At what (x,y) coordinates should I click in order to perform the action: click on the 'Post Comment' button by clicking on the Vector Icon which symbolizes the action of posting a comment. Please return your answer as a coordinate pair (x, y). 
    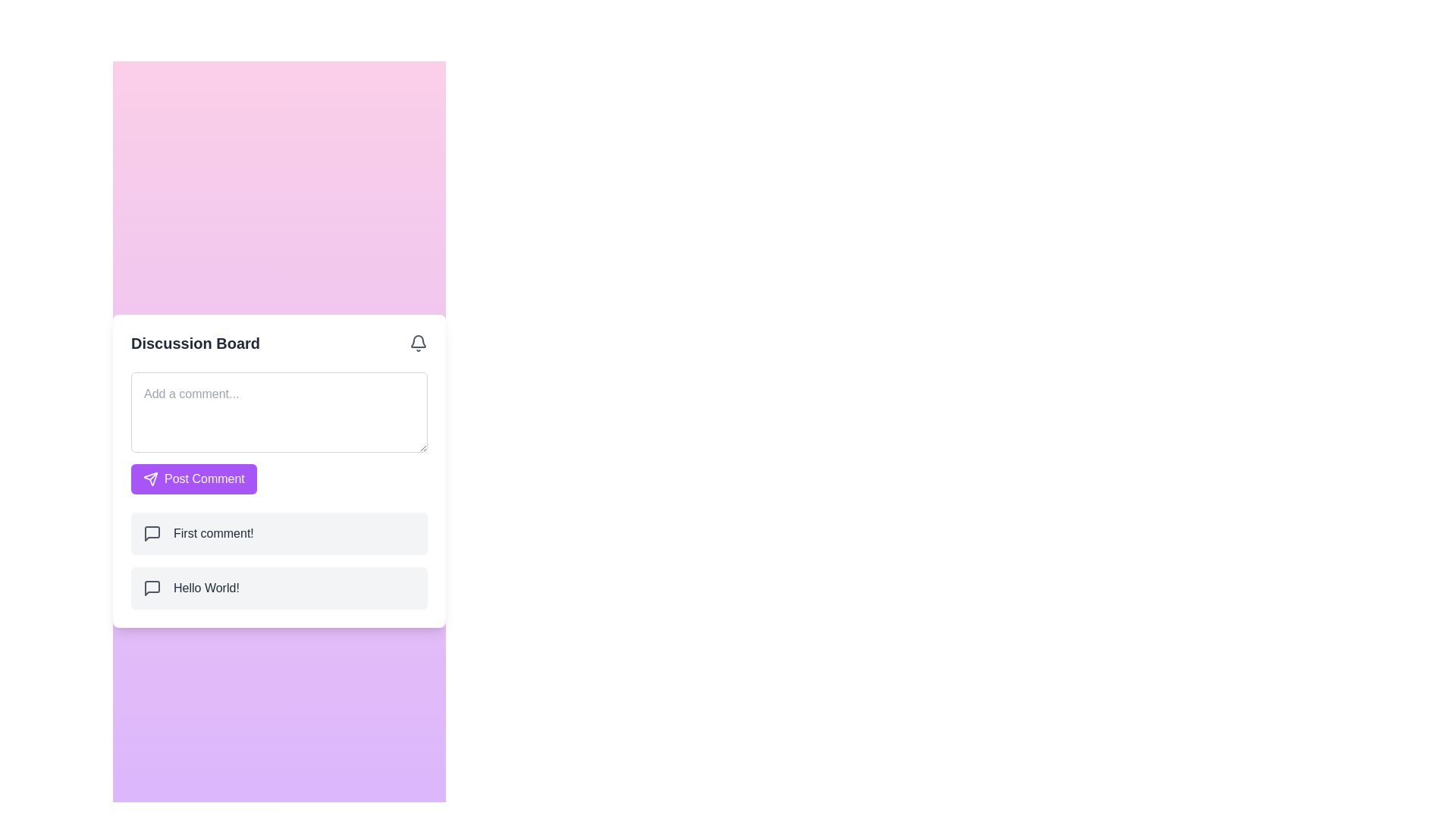
    Looking at the image, I should click on (150, 479).